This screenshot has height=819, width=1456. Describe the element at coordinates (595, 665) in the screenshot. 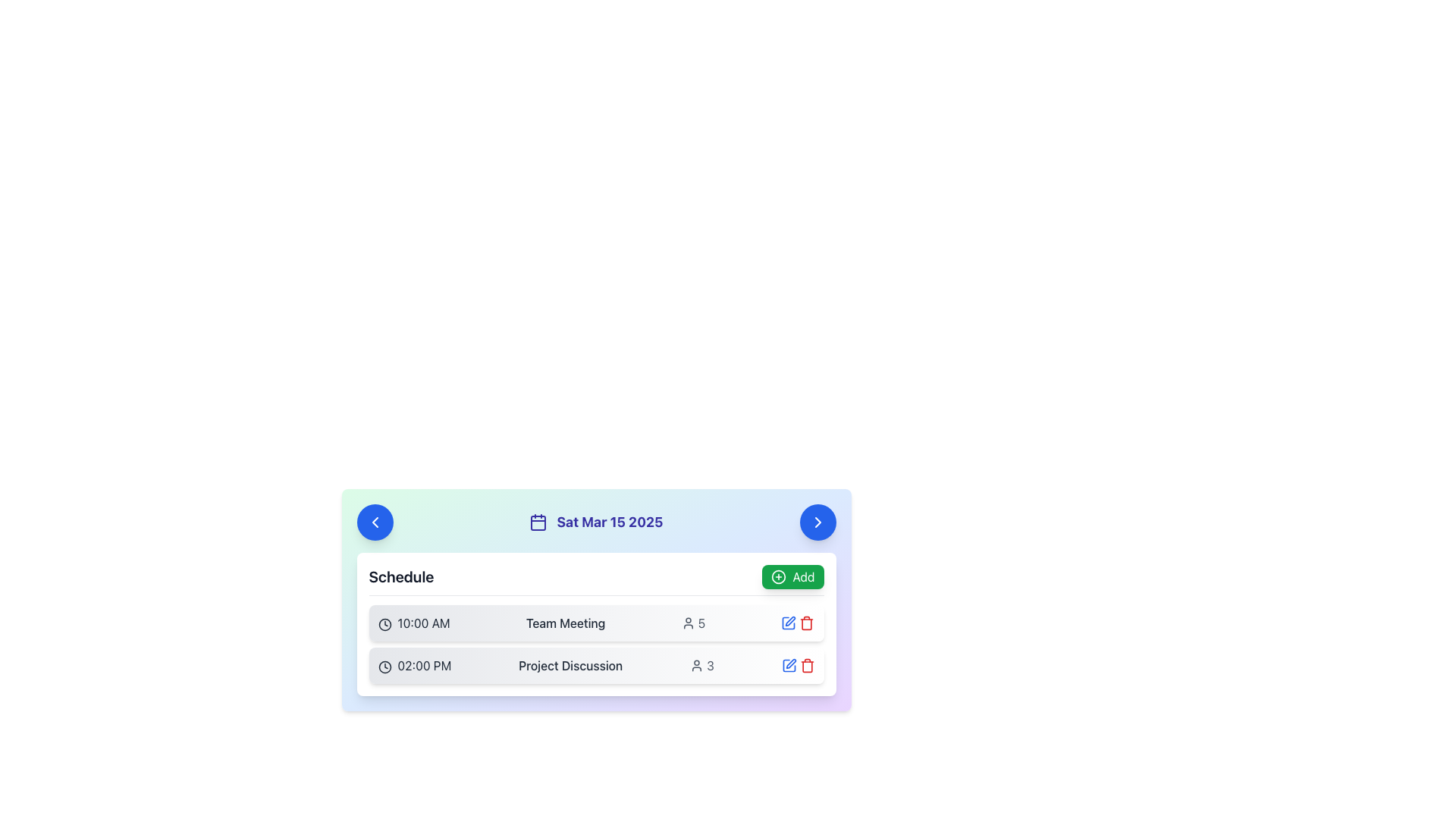

I see `the event title of the second item in the schedule list, located under the 'Schedule' section` at that location.